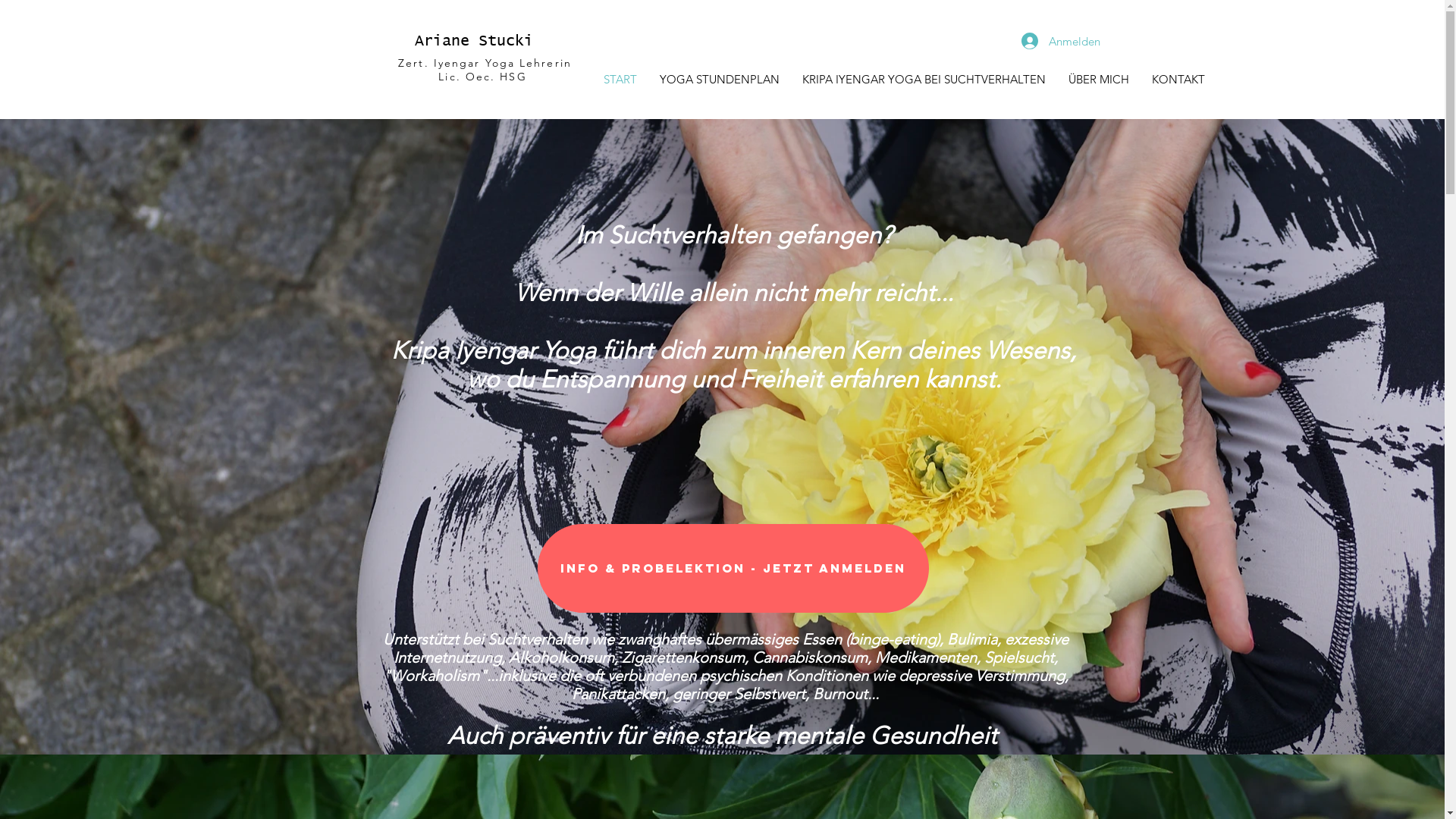  I want to click on 'Info & Probelektion - jetzt anmelden', so click(537, 568).